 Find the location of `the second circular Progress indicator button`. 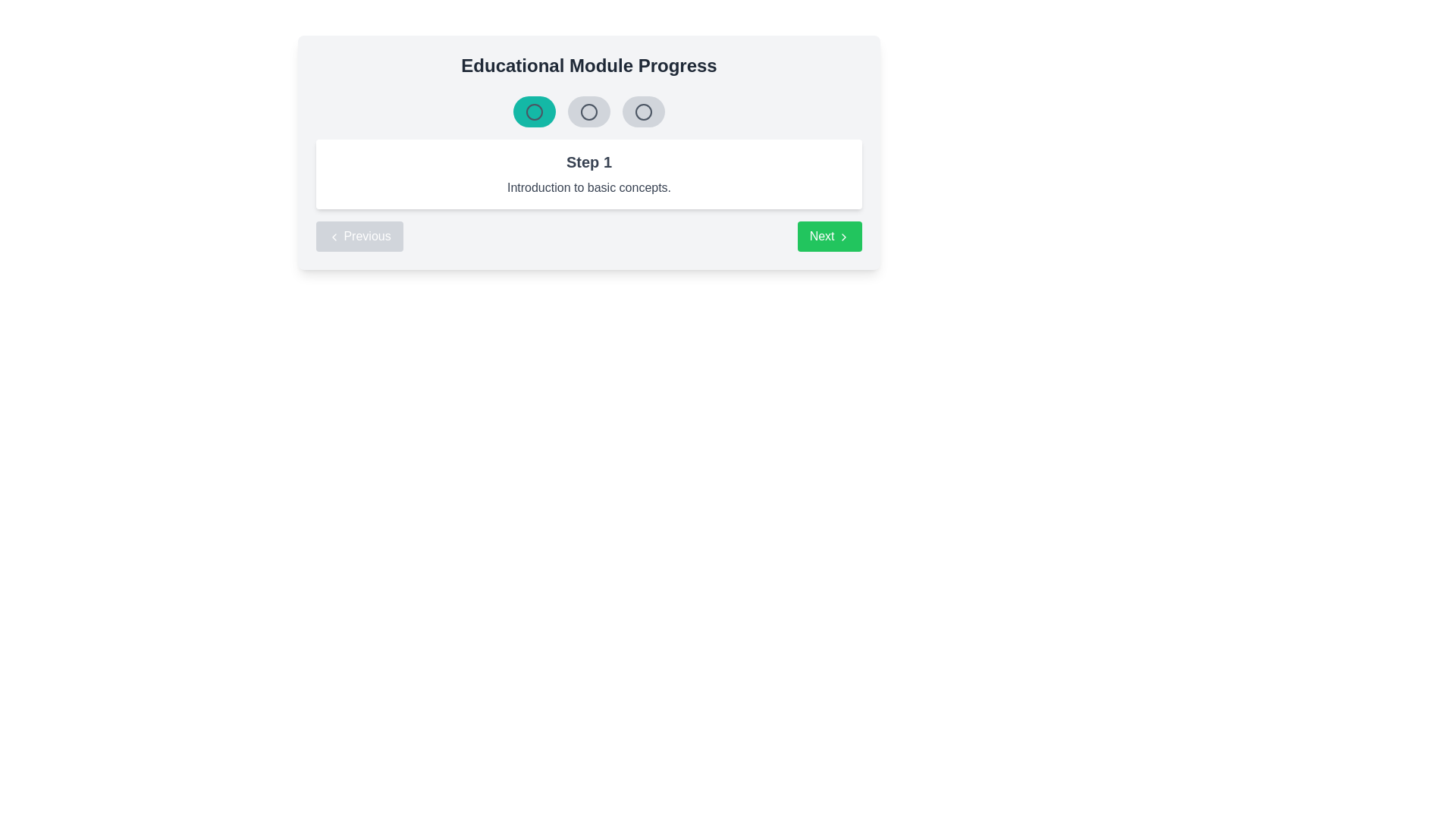

the second circular Progress indicator button is located at coordinates (588, 110).